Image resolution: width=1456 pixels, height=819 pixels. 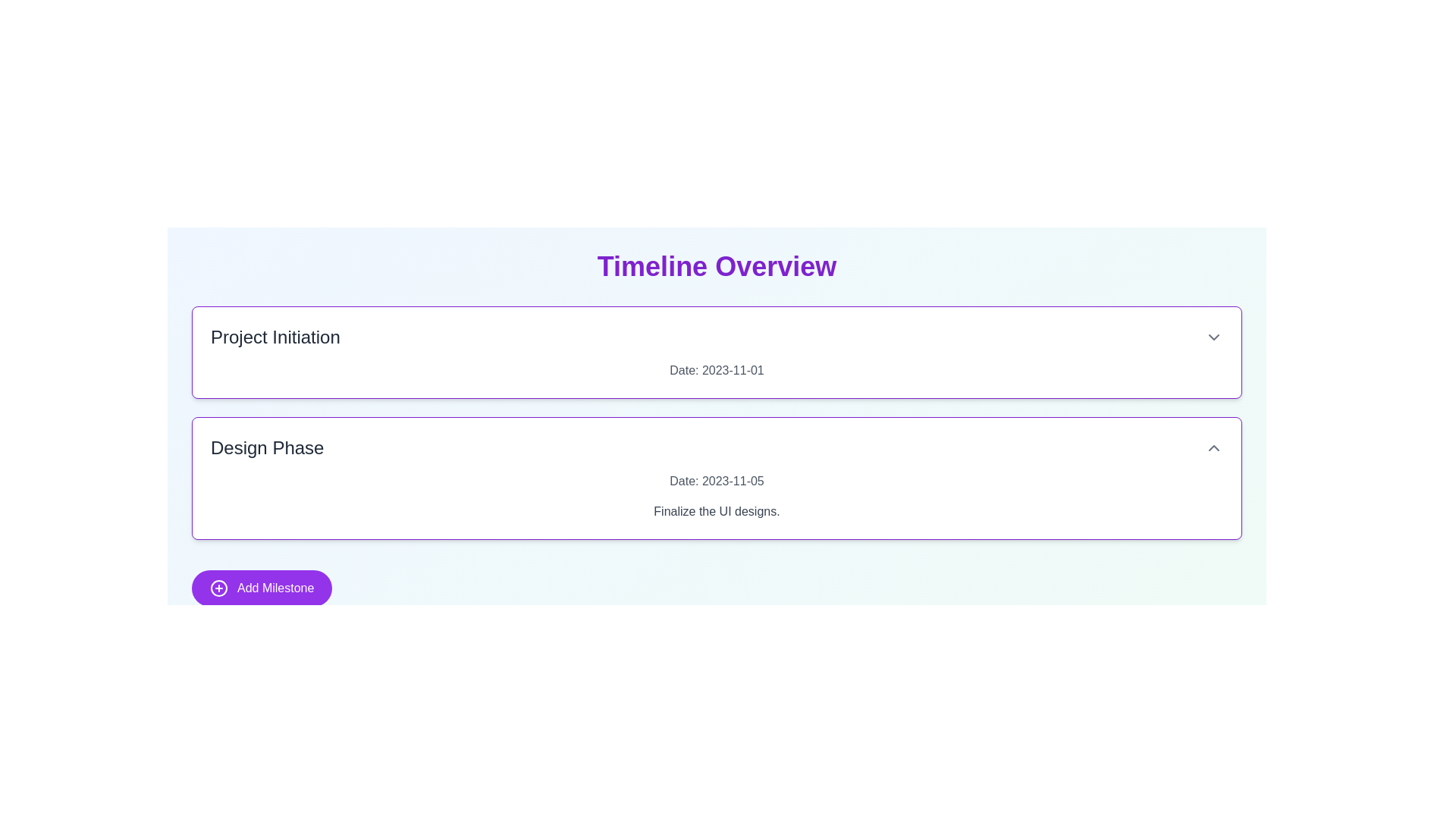 What do you see at coordinates (218, 587) in the screenshot?
I see `the purple circular icon with a white cross inside, located within the 'Add Milestone' button at the bottom-left corner of the interface` at bounding box center [218, 587].